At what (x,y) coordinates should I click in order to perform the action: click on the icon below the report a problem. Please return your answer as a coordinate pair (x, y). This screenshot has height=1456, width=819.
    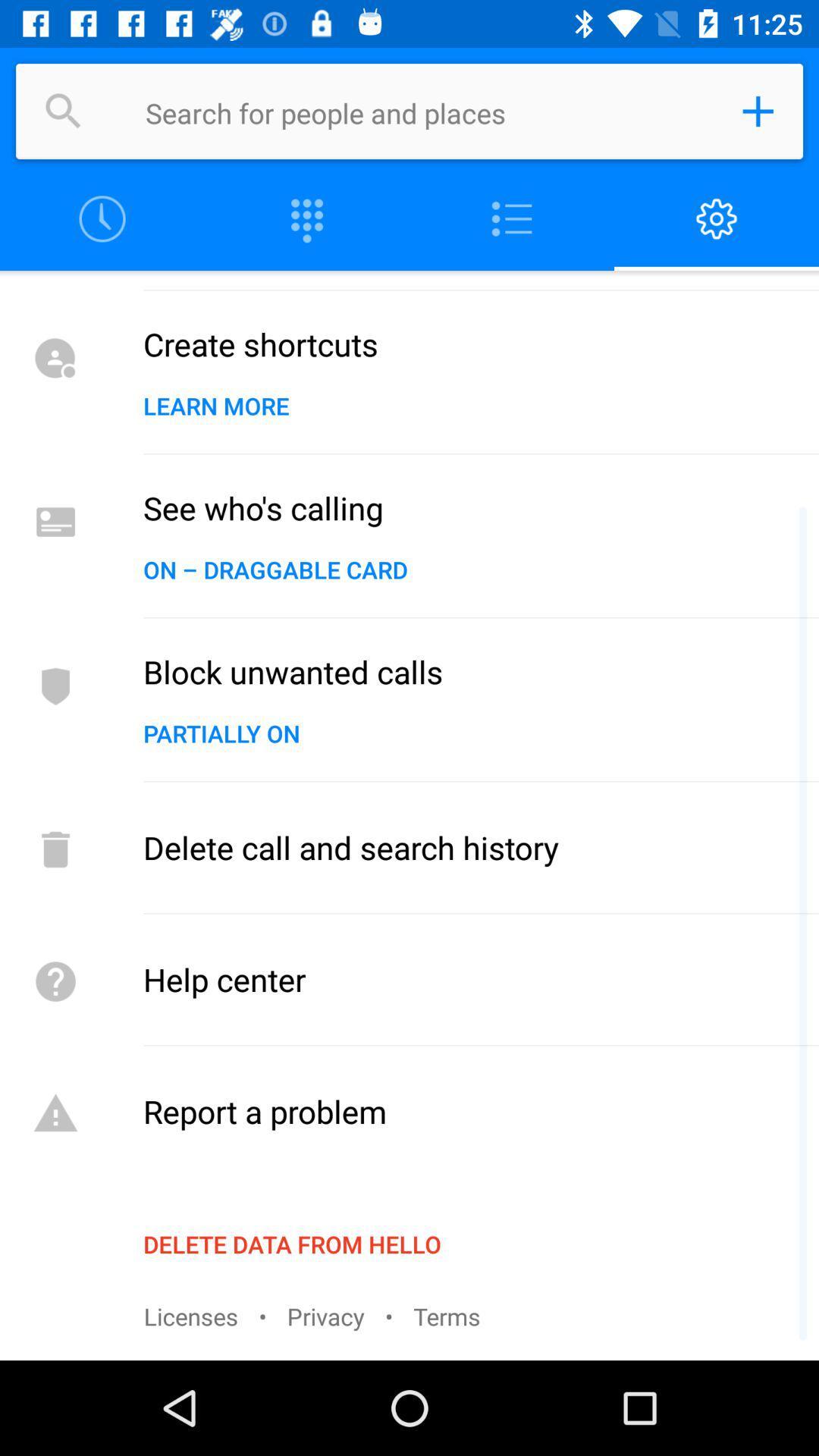
    Looking at the image, I should click on (292, 1244).